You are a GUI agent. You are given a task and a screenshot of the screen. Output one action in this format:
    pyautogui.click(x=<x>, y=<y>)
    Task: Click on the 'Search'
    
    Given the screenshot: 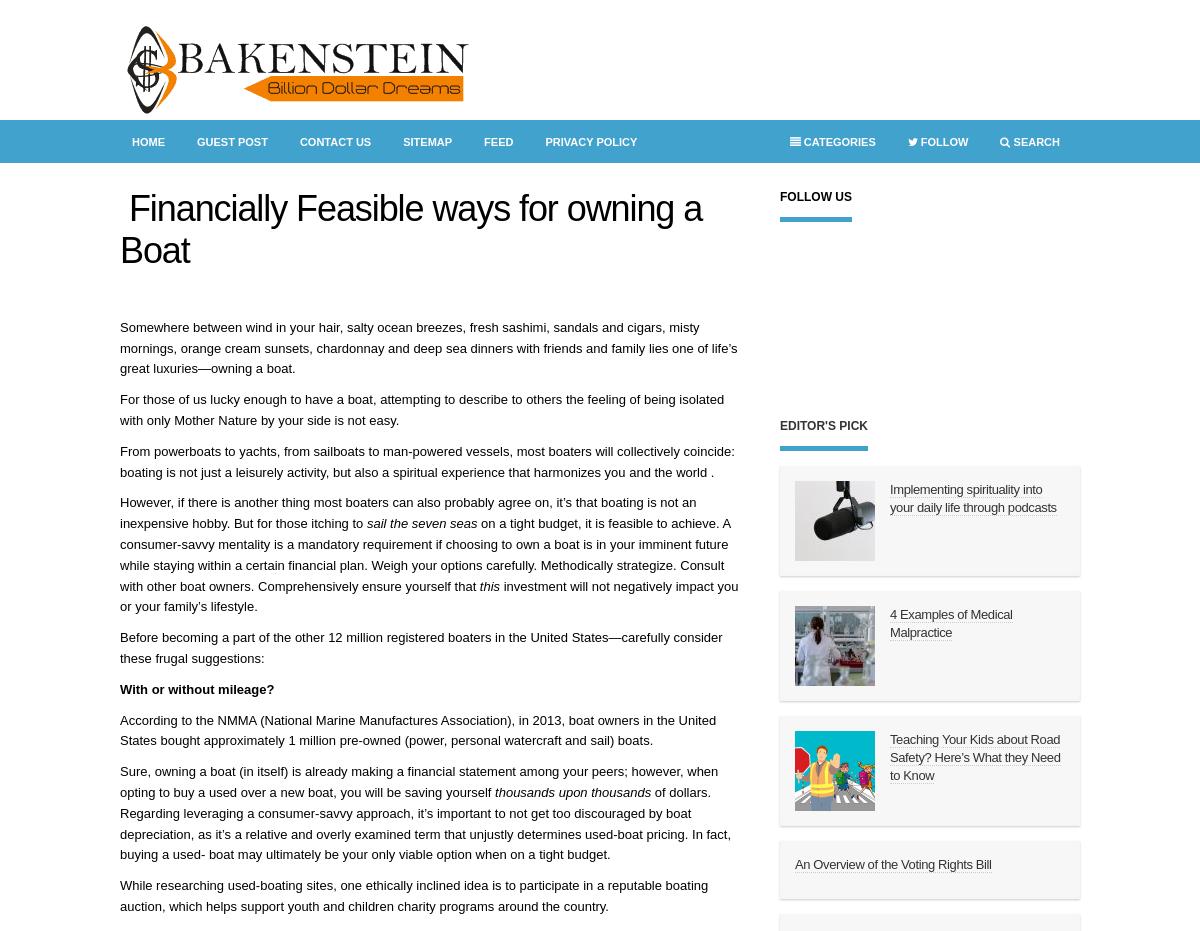 What is the action you would take?
    pyautogui.click(x=1035, y=140)
    